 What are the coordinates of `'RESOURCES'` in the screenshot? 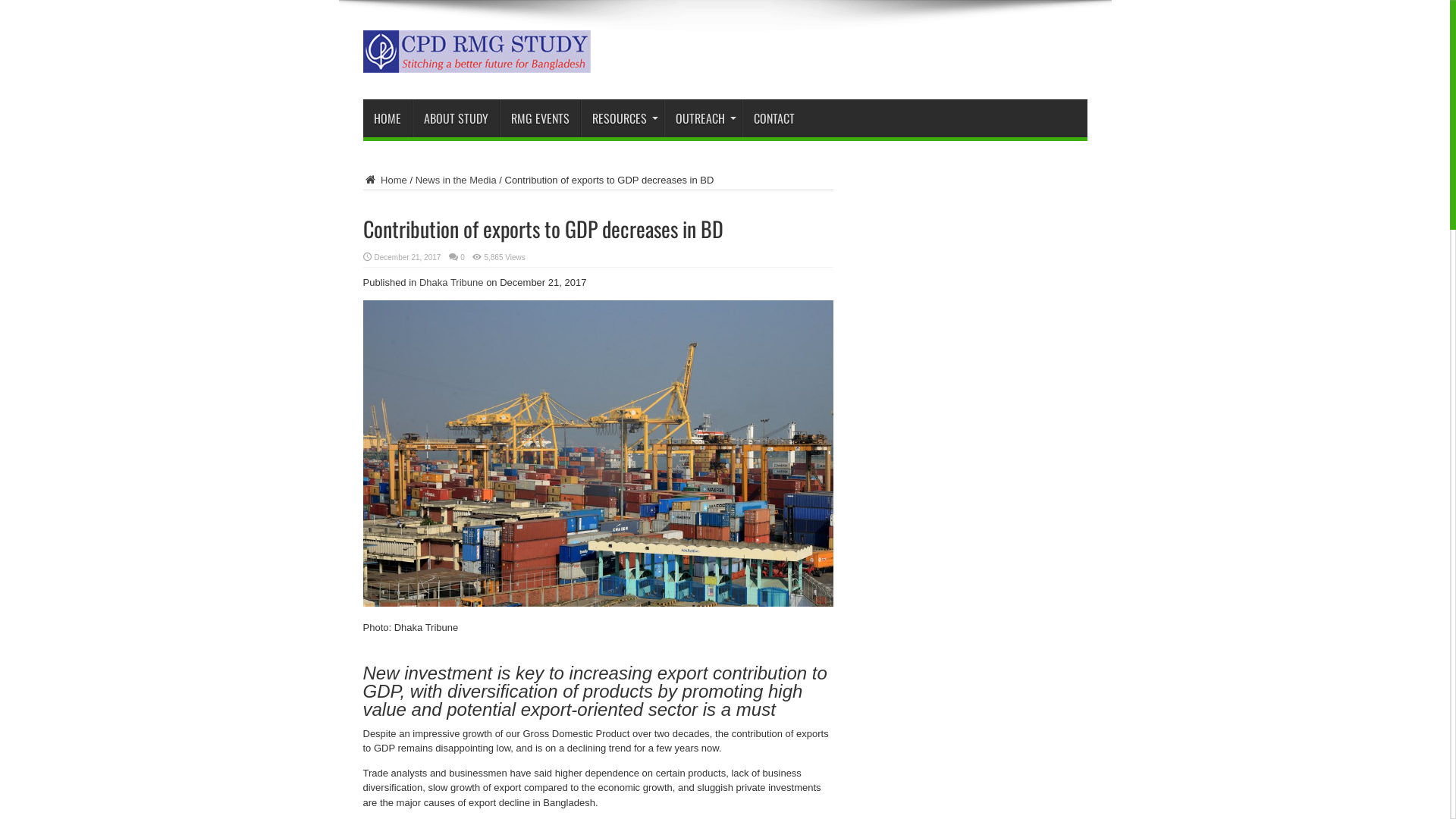 It's located at (580, 117).